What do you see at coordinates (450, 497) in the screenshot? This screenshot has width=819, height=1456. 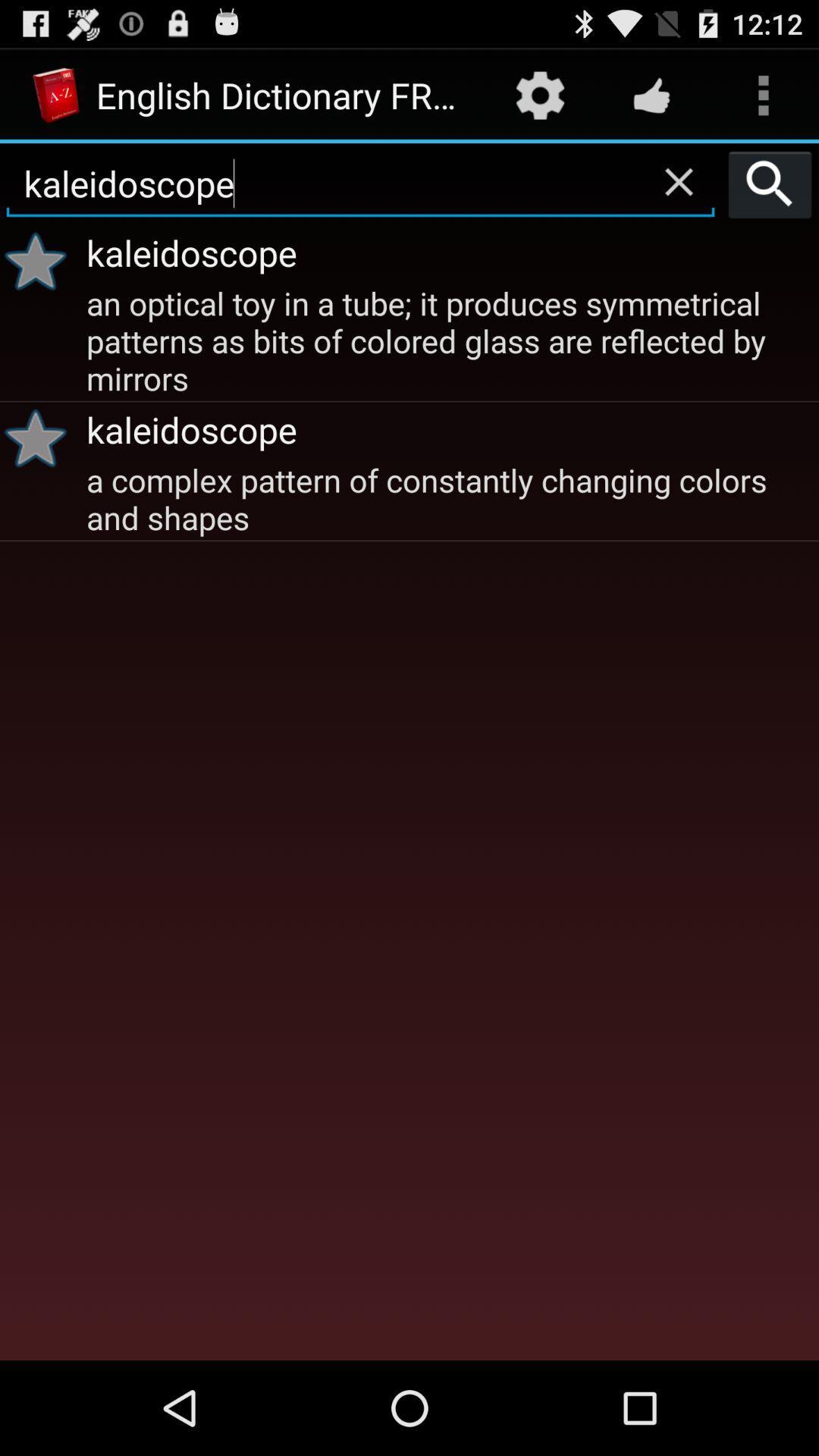 I see `the a complex pattern` at bounding box center [450, 497].